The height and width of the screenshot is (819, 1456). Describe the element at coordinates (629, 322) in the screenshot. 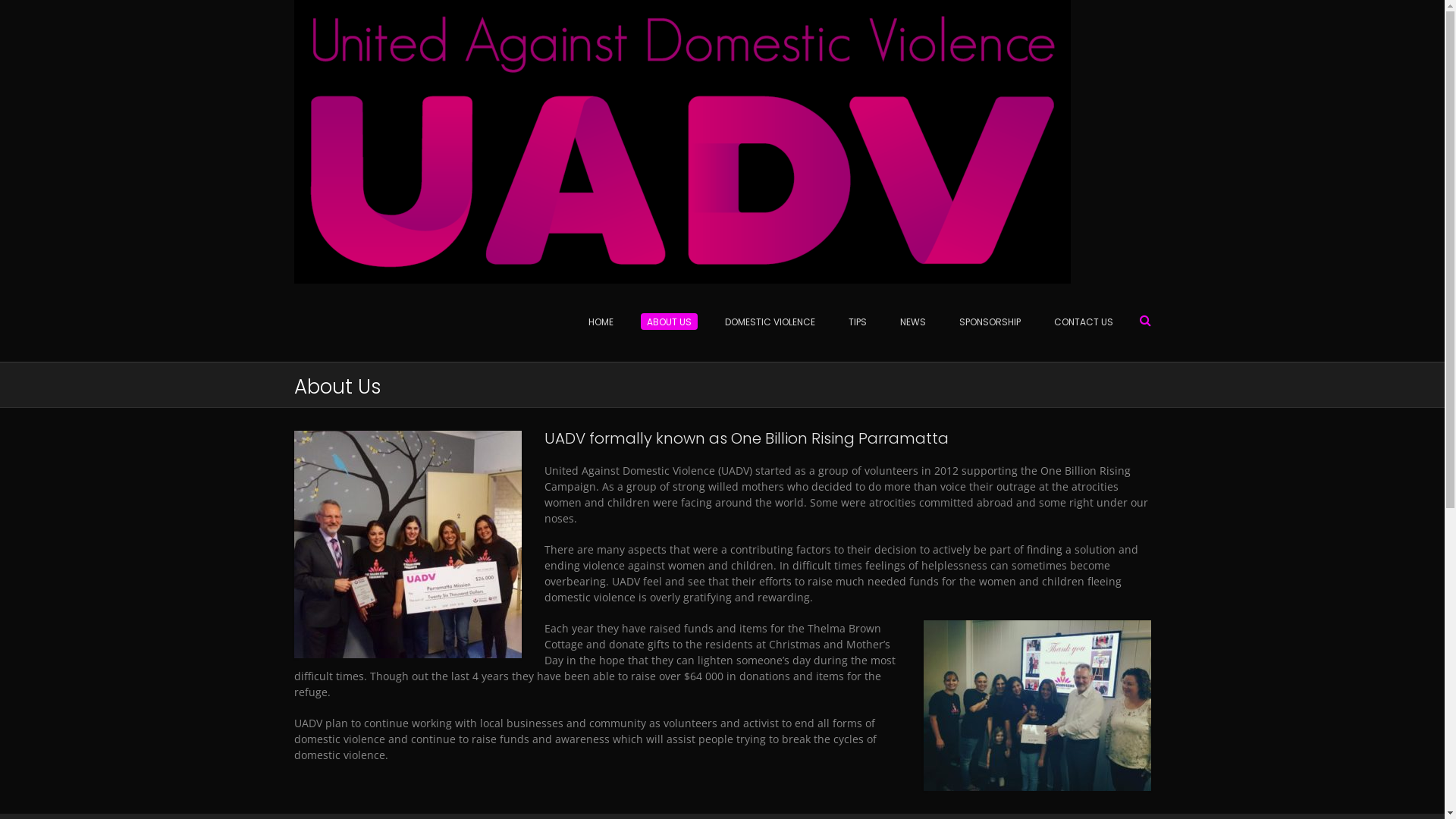

I see `'ABOUT US'` at that location.